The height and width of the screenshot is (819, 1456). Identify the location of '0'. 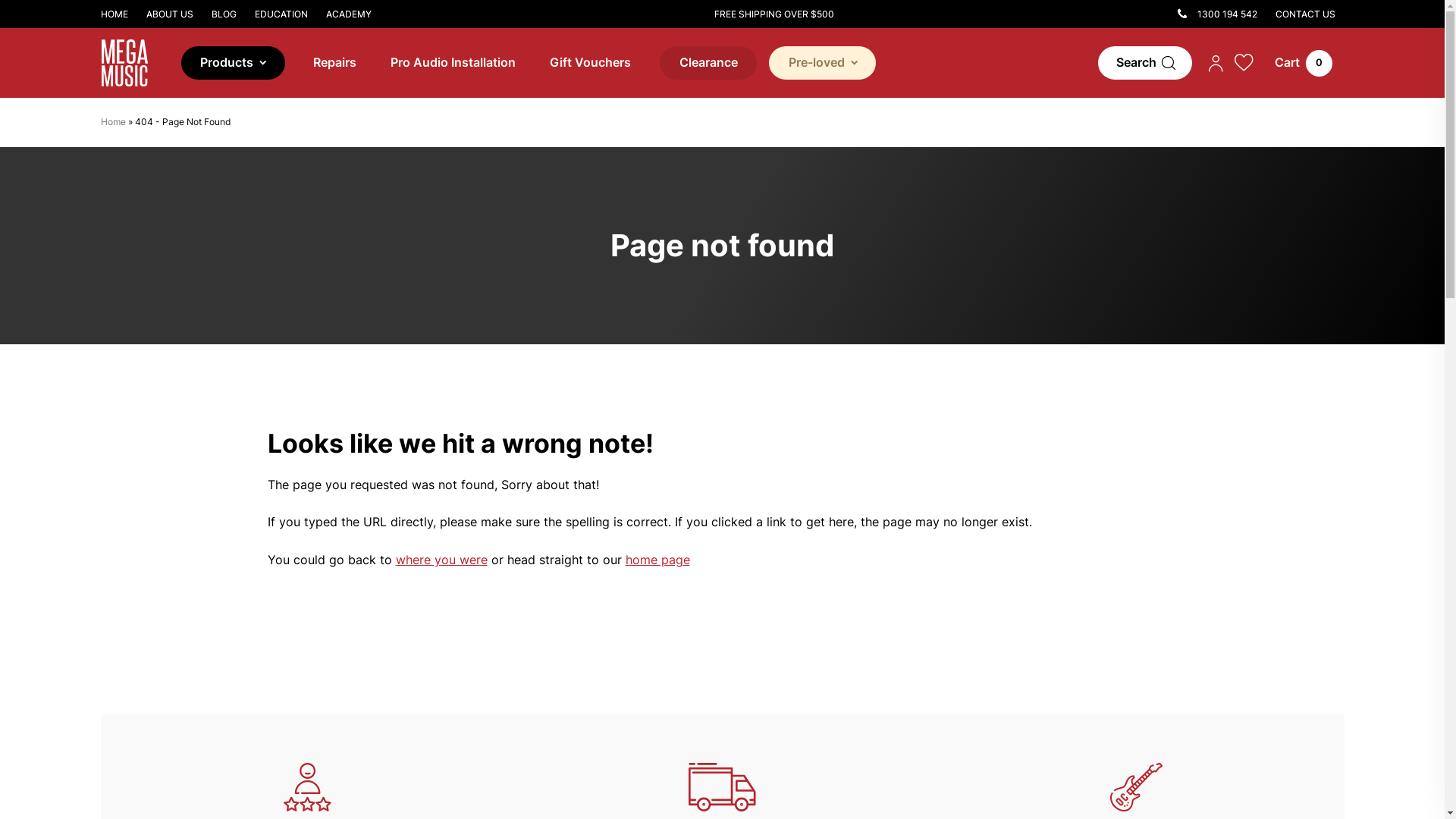
(1302, 62).